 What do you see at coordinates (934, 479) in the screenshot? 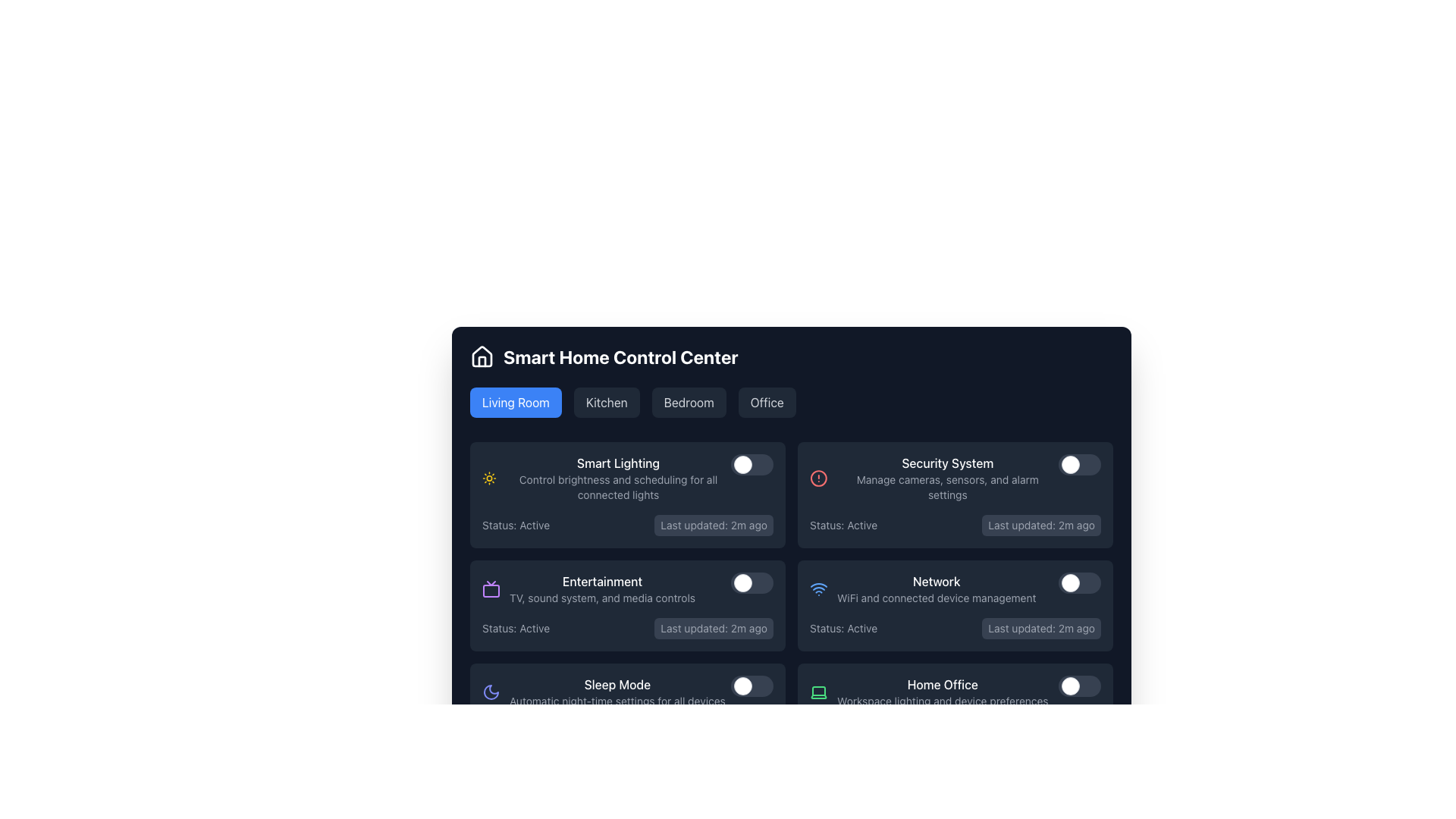
I see `the 'Security System' informational card, which is the second card in the upper row of the grid layout in the 'Living Room' tab of the 'Smart Home Control Center'` at bounding box center [934, 479].